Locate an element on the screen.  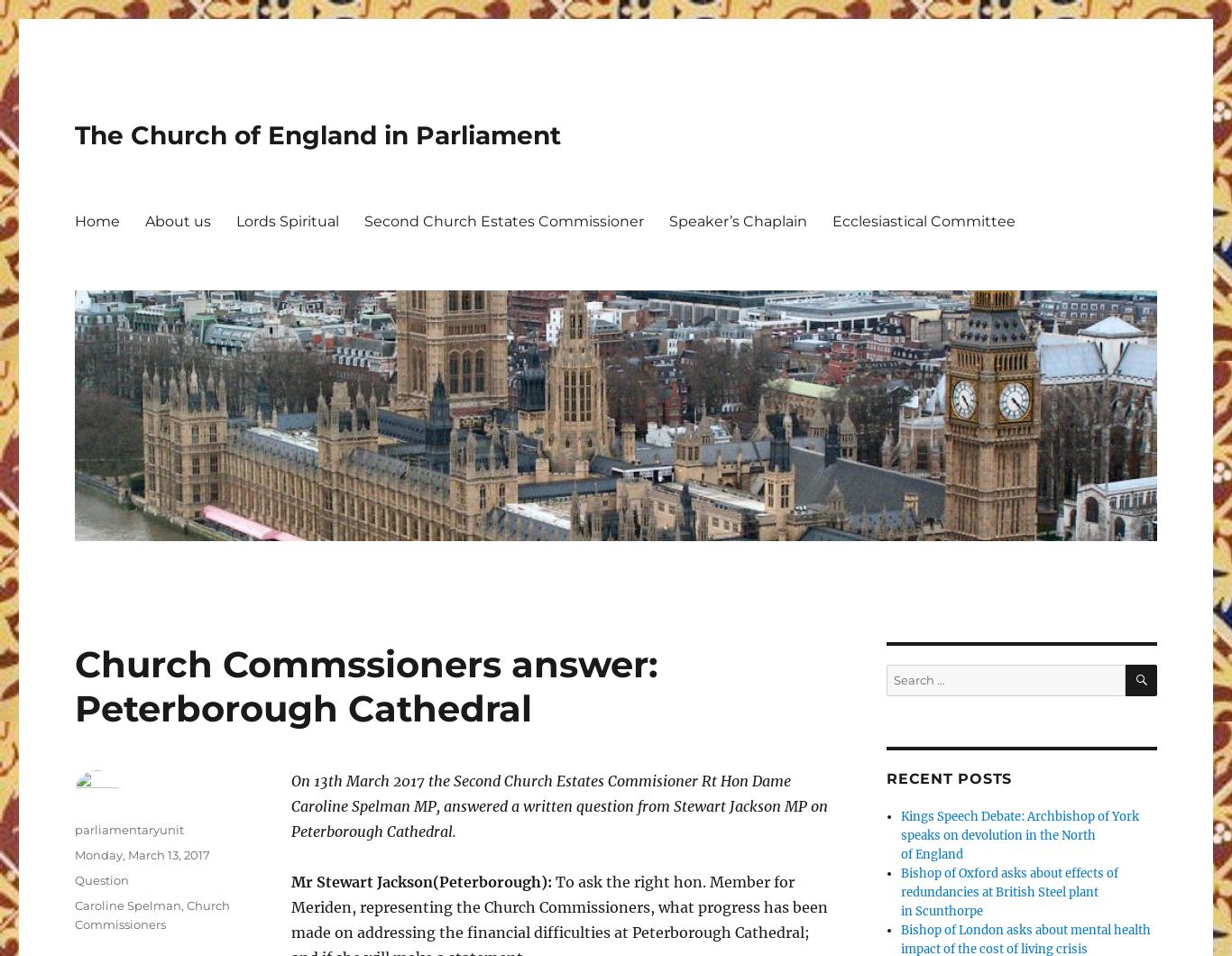
'Bishop of Oxford asks about effects of redundancies at British Steel plant in Scunthorpe' is located at coordinates (1008, 891).